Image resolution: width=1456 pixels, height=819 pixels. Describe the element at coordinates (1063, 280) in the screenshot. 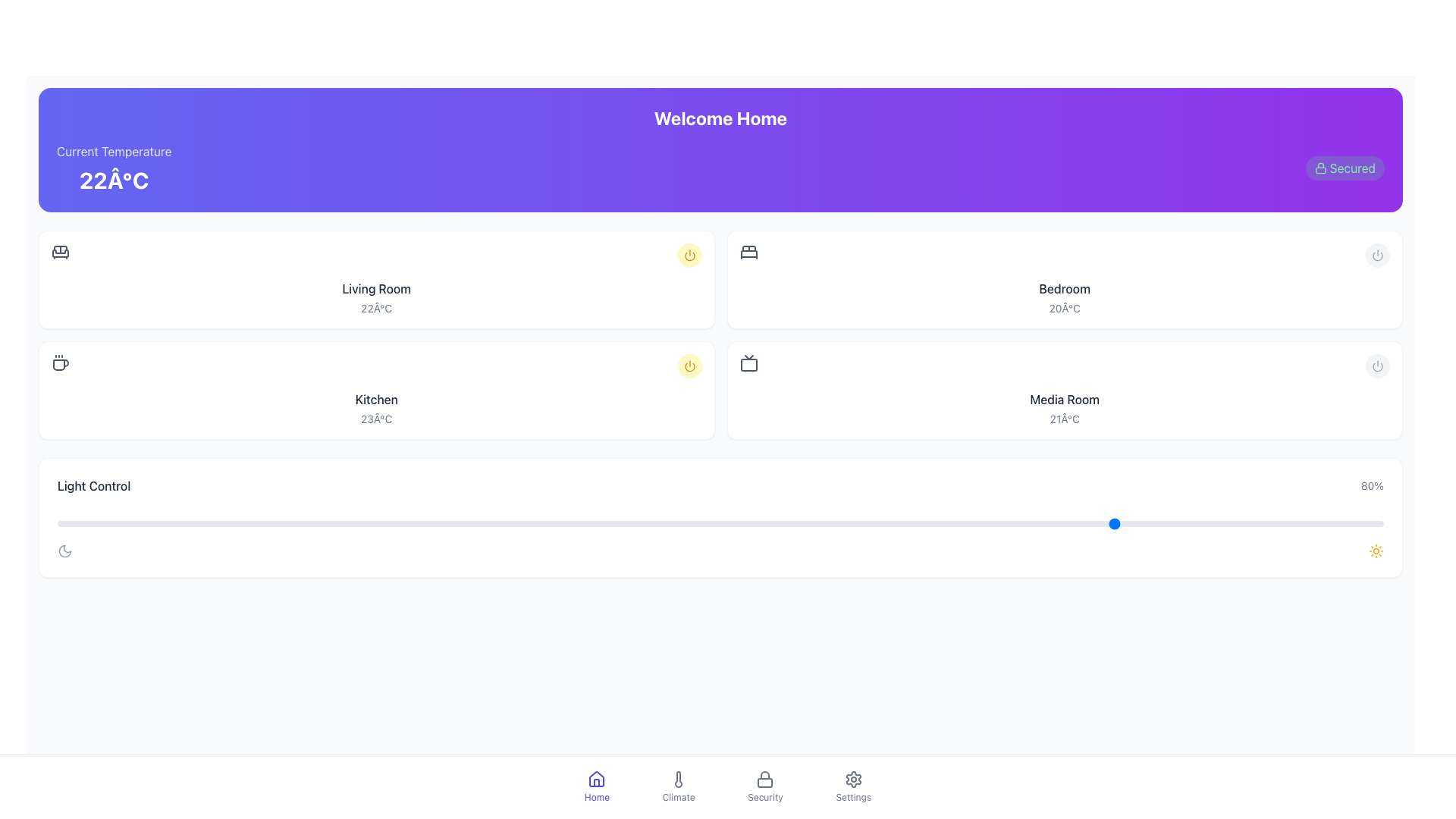

I see `the 'Bedroom' card in the home control dashboard to use the room icon for navigation` at that location.